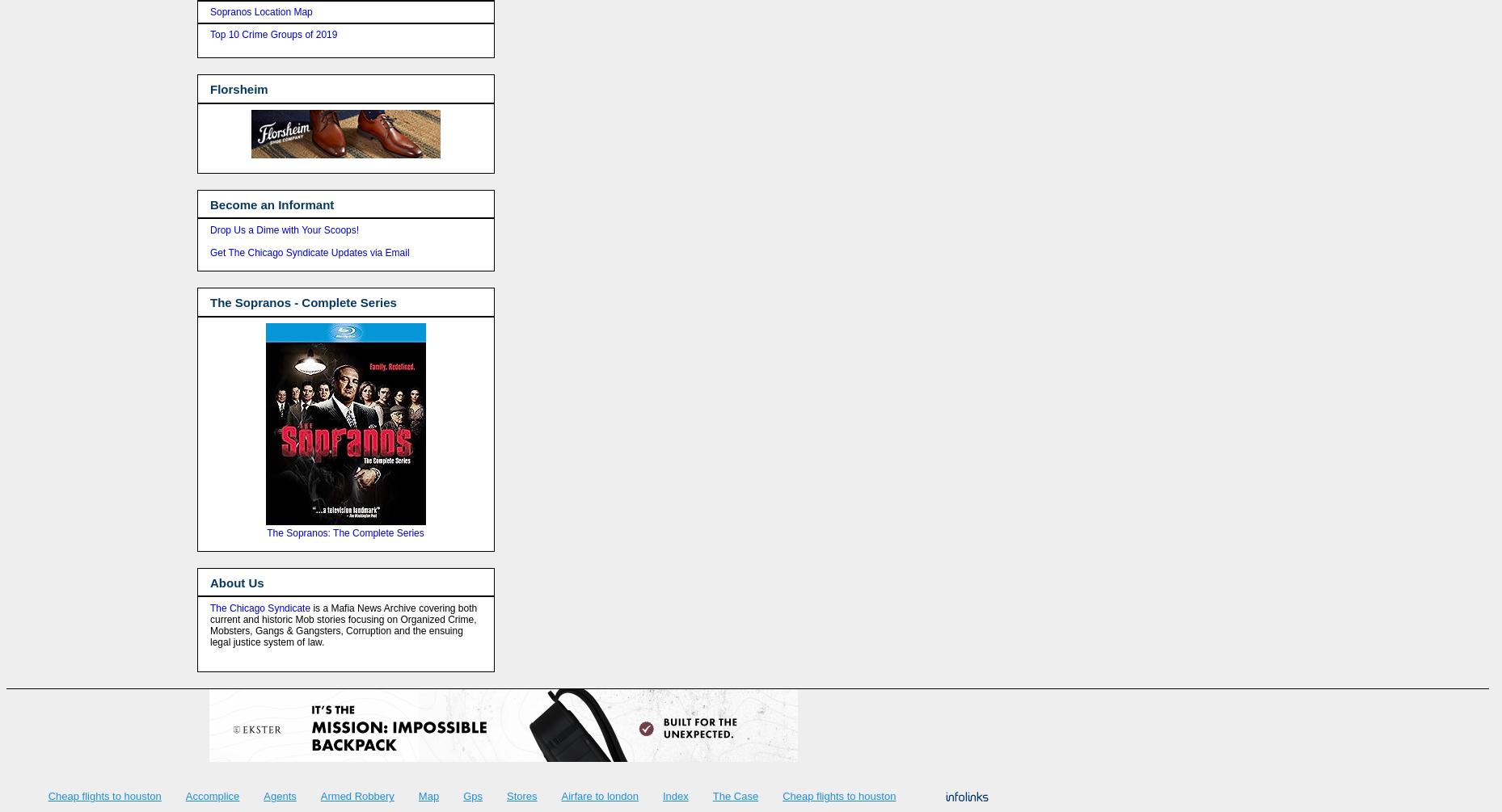 The height and width of the screenshot is (812, 1502). What do you see at coordinates (356, 795) in the screenshot?
I see `'Armed Robbery'` at bounding box center [356, 795].